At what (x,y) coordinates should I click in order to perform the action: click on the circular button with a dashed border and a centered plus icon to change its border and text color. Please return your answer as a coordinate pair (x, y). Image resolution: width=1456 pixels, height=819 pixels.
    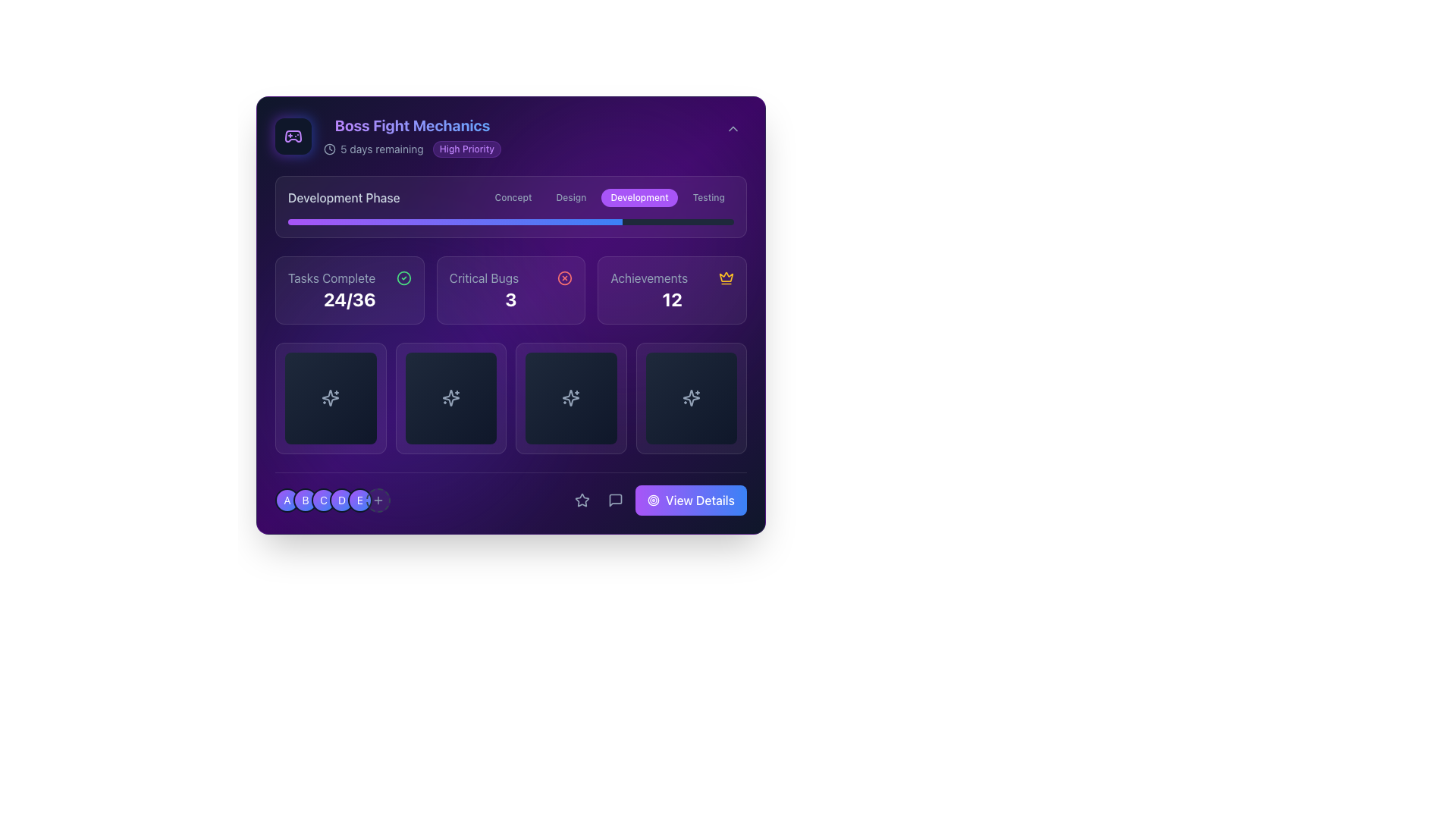
    Looking at the image, I should click on (378, 500).